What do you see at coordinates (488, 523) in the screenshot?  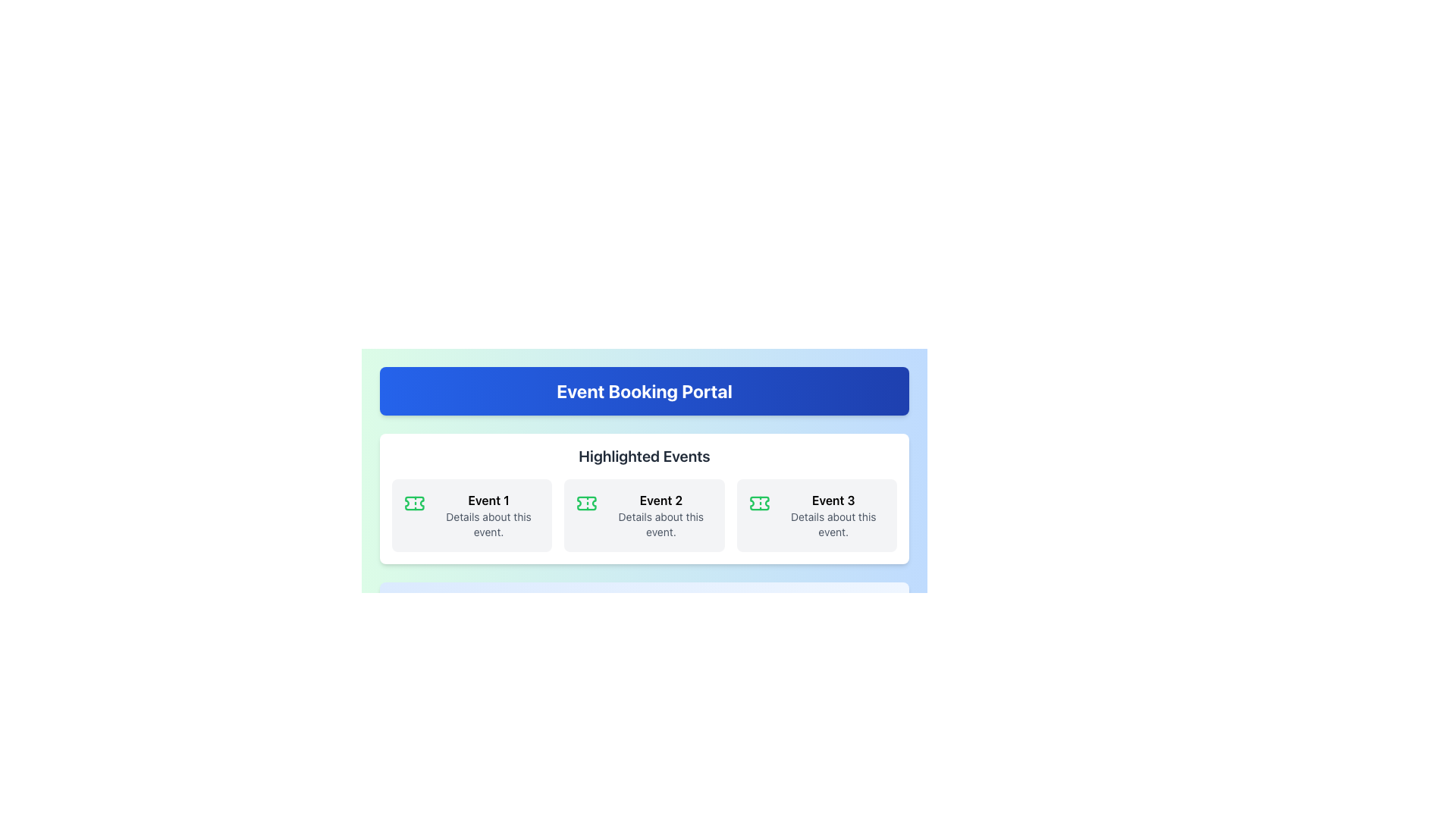 I see `the static text providing details about 'Event 1', which is positioned directly below the bolded title in the 'Highlighted Events' section` at bounding box center [488, 523].